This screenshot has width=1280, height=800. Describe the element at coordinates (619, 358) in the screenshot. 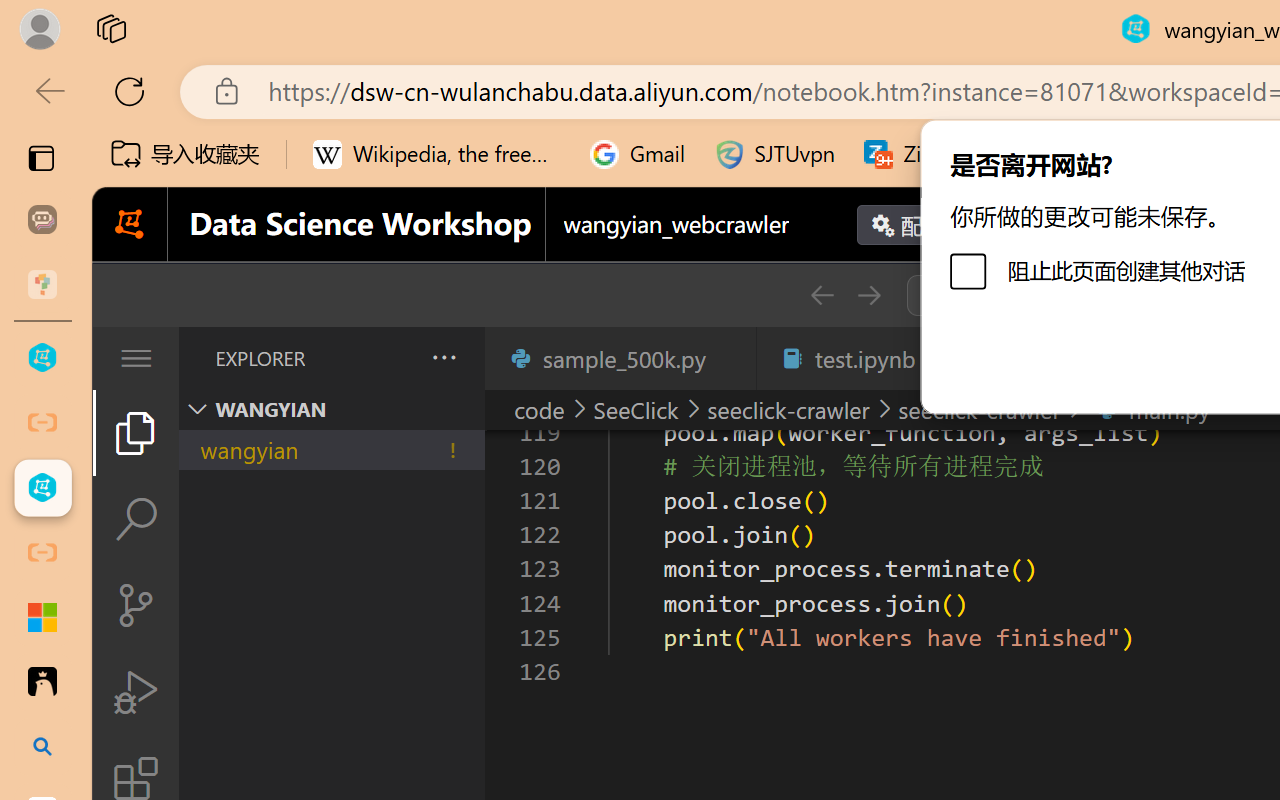

I see `'sample_500k.py'` at that location.